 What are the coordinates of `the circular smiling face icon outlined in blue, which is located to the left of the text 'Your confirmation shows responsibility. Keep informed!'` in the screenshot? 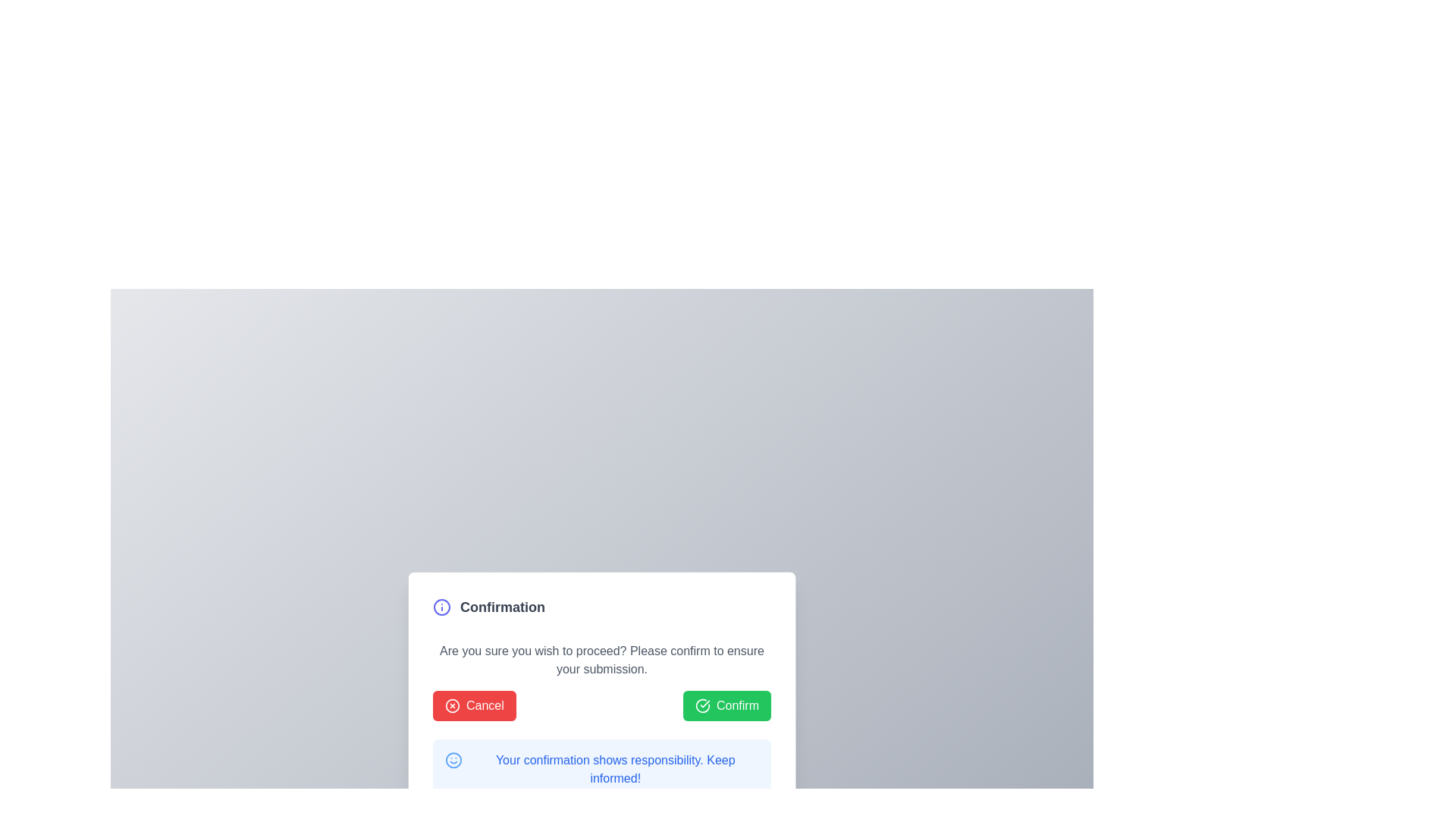 It's located at (453, 760).